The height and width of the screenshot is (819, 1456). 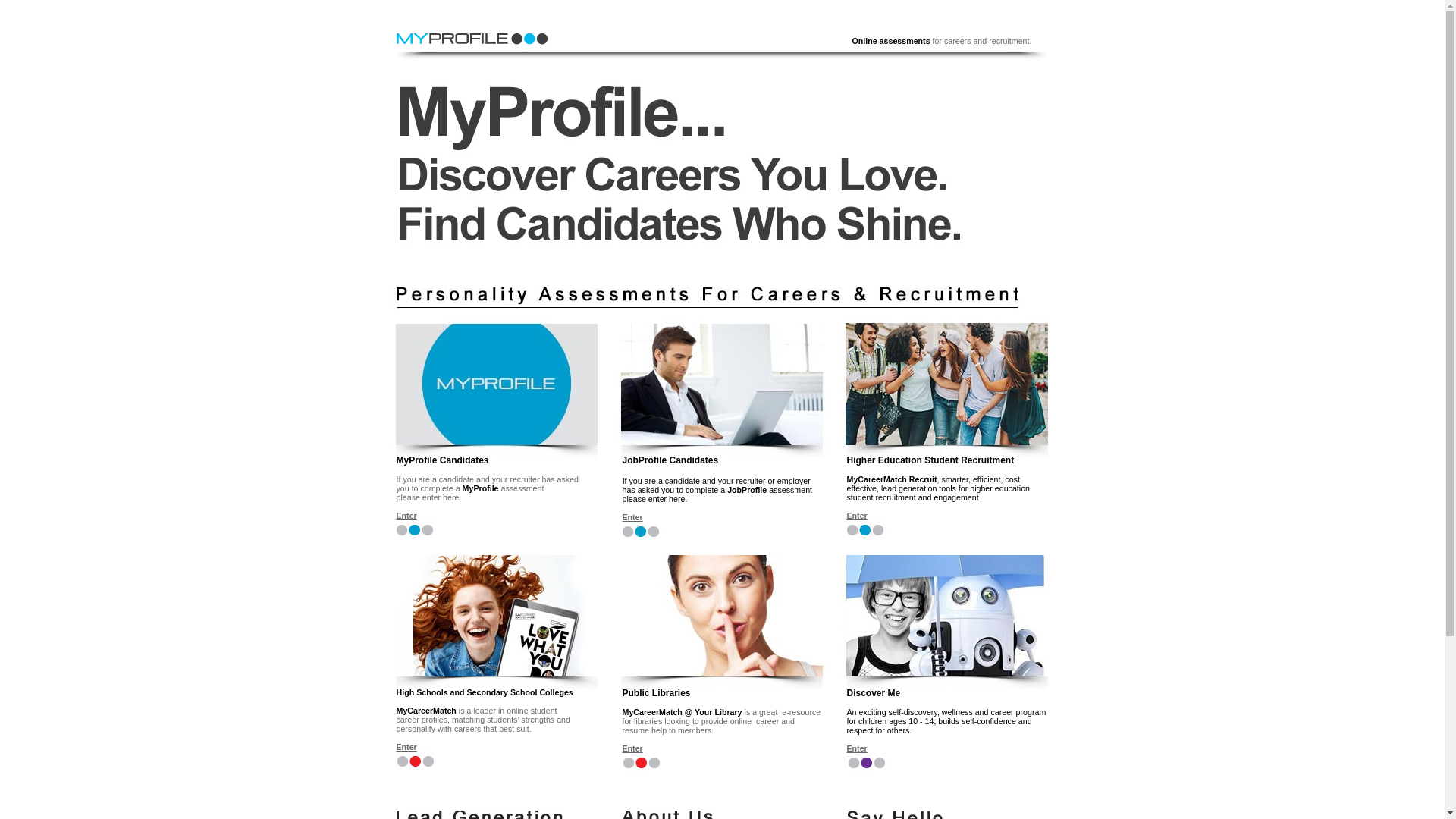 I want to click on 'Enter', so click(x=406, y=745).